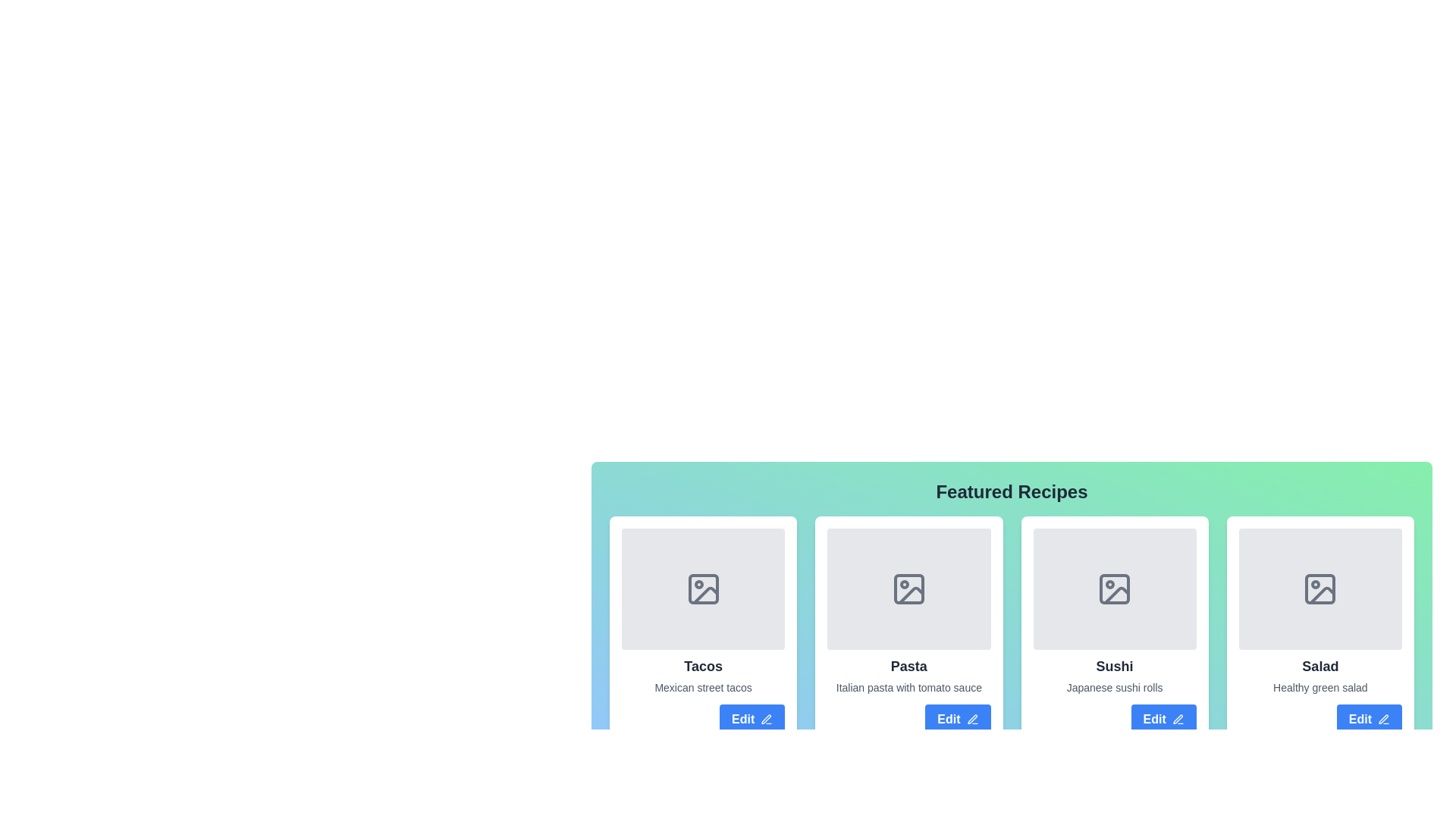 The image size is (1456, 819). Describe the element at coordinates (908, 588) in the screenshot. I see `the icon placeholder for the image` at that location.